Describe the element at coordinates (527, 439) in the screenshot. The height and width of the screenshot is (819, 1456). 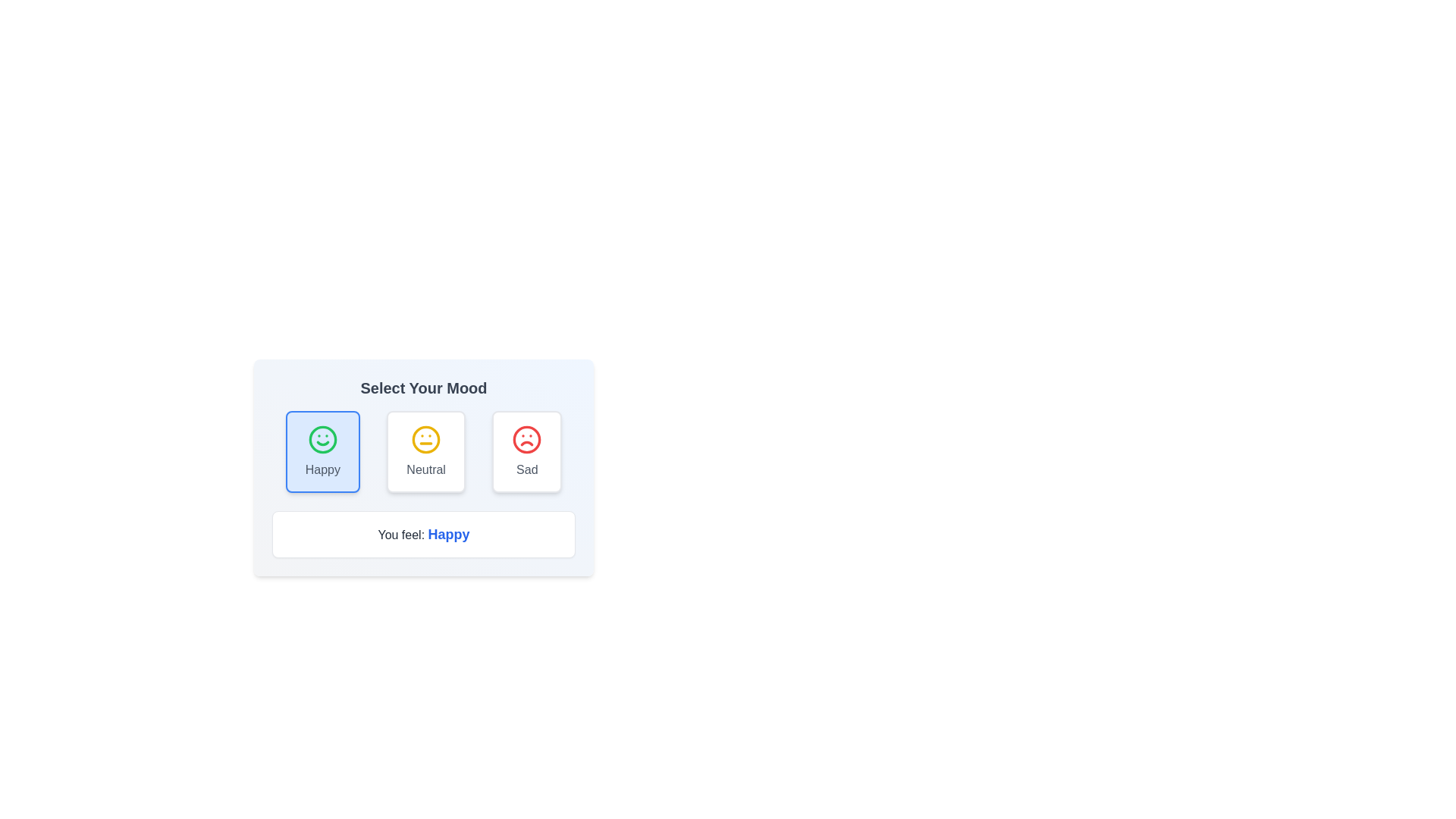
I see `the sad emoji icon representing the 'Sad' mood choice, located on the right in the row of mood selection options` at that location.